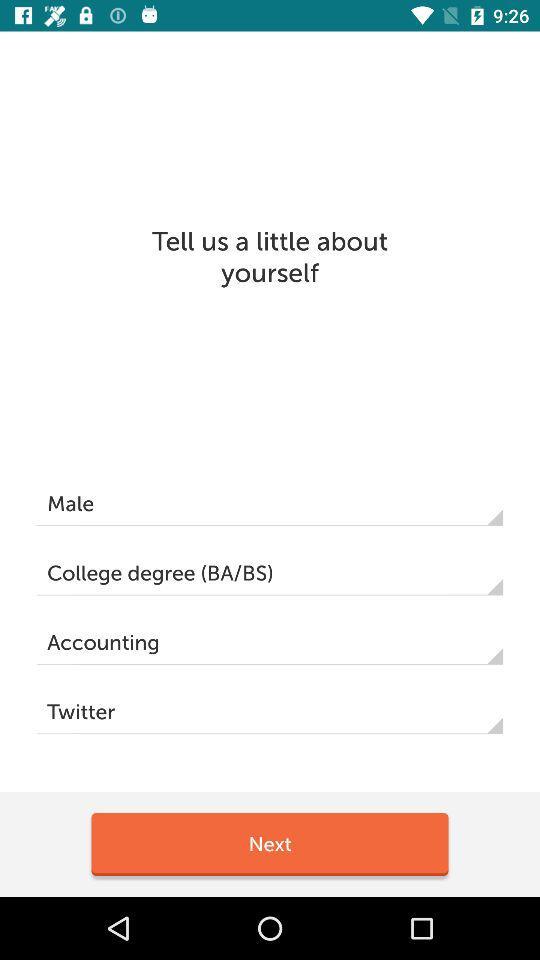 This screenshot has height=960, width=540. What do you see at coordinates (270, 843) in the screenshot?
I see `the item below the twitter` at bounding box center [270, 843].